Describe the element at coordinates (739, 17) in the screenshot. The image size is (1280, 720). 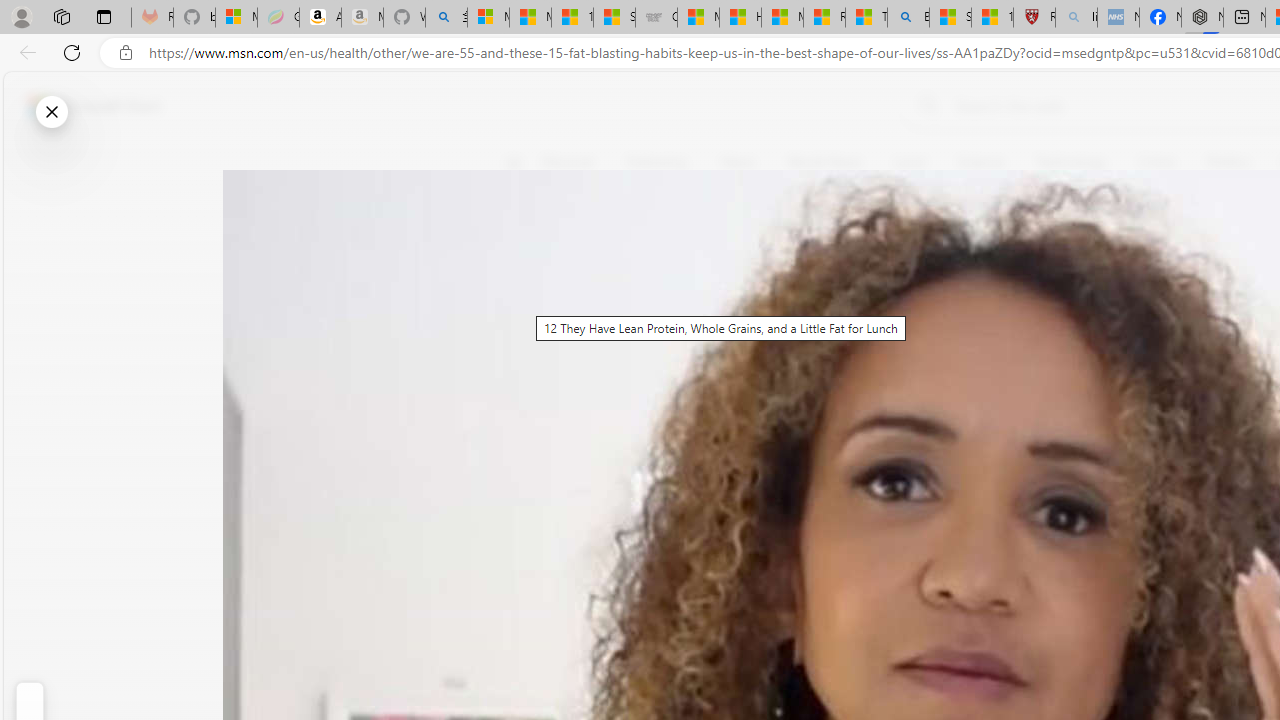
I see `'How I Got Rid of Microsoft Edge'` at that location.